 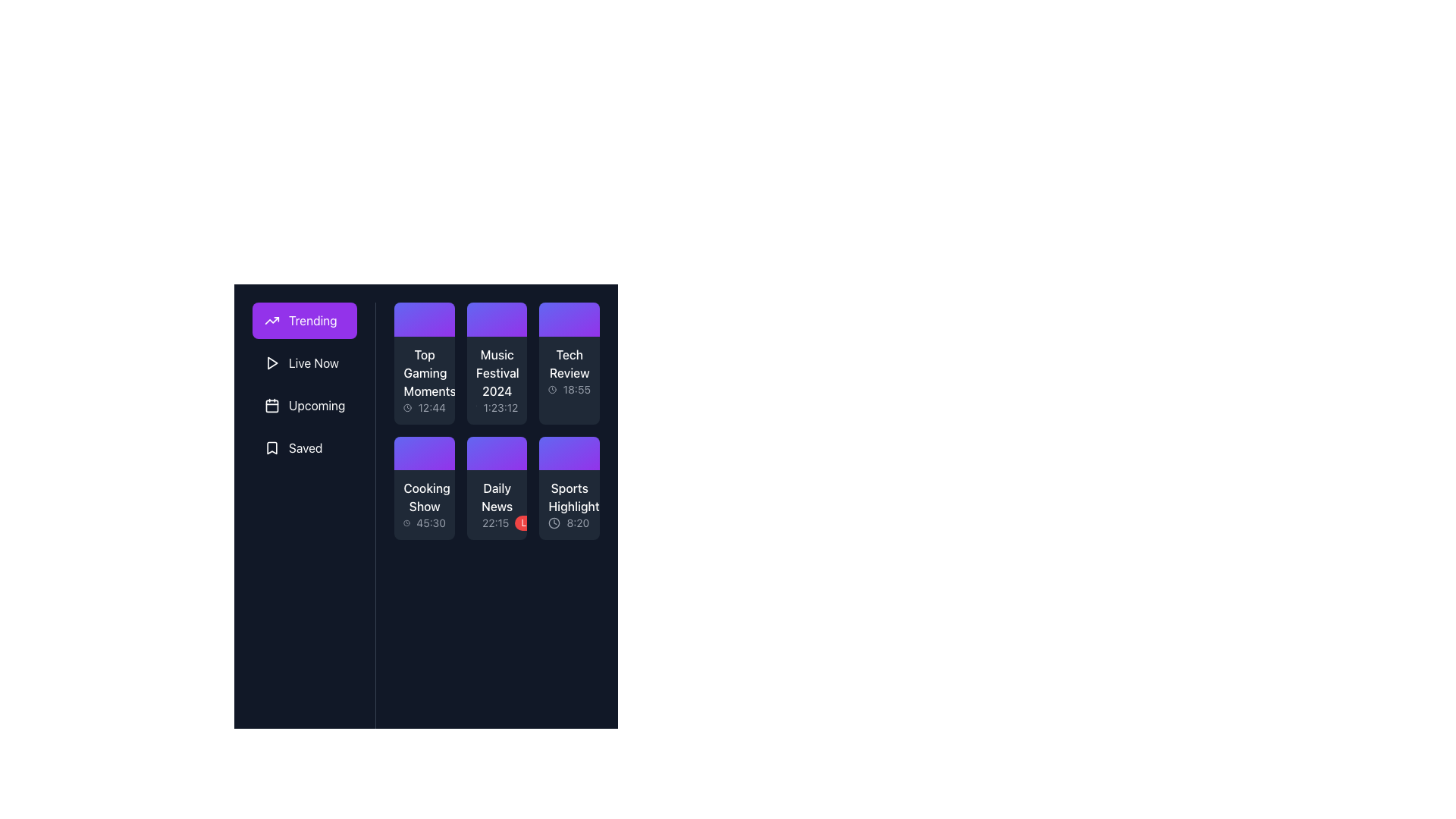 What do you see at coordinates (407, 406) in the screenshot?
I see `the clock symbol icon that indicates the time value '12:44' associated with the text in the 'Top Gaming Moments' section of the 'Trending' panel` at bounding box center [407, 406].